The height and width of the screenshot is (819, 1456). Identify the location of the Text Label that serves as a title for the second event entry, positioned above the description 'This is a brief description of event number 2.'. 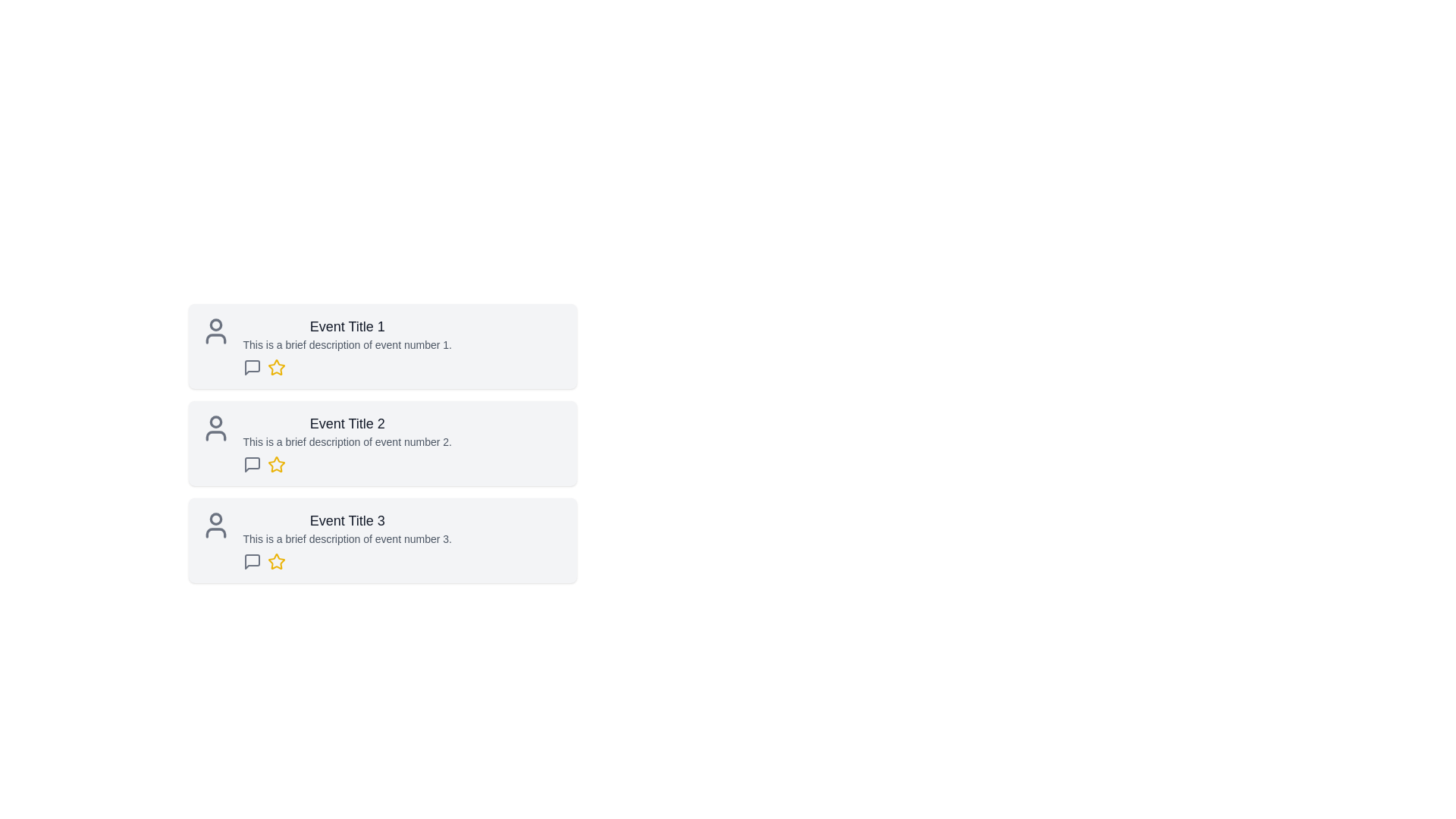
(347, 424).